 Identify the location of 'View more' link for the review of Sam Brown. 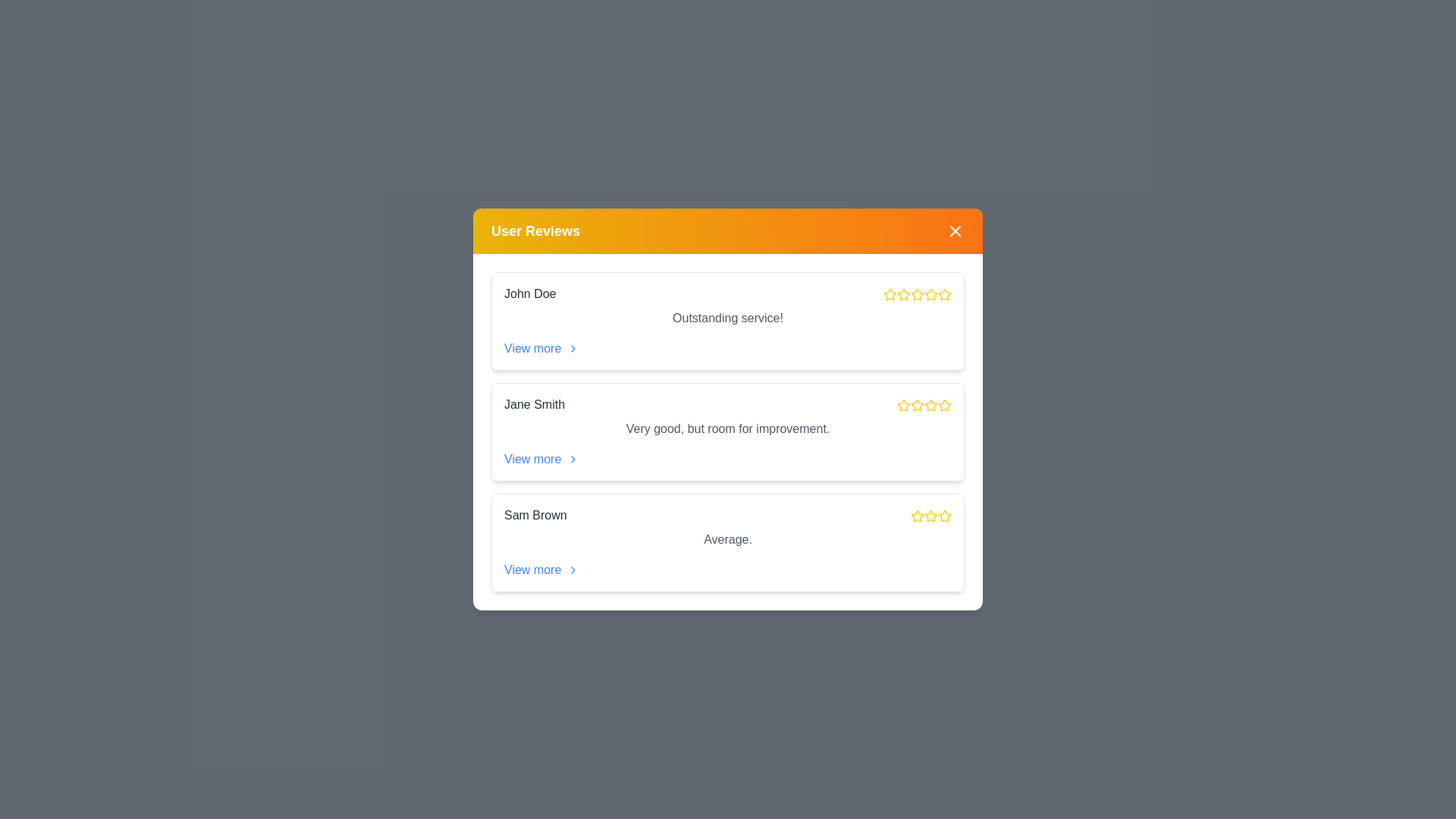
(541, 570).